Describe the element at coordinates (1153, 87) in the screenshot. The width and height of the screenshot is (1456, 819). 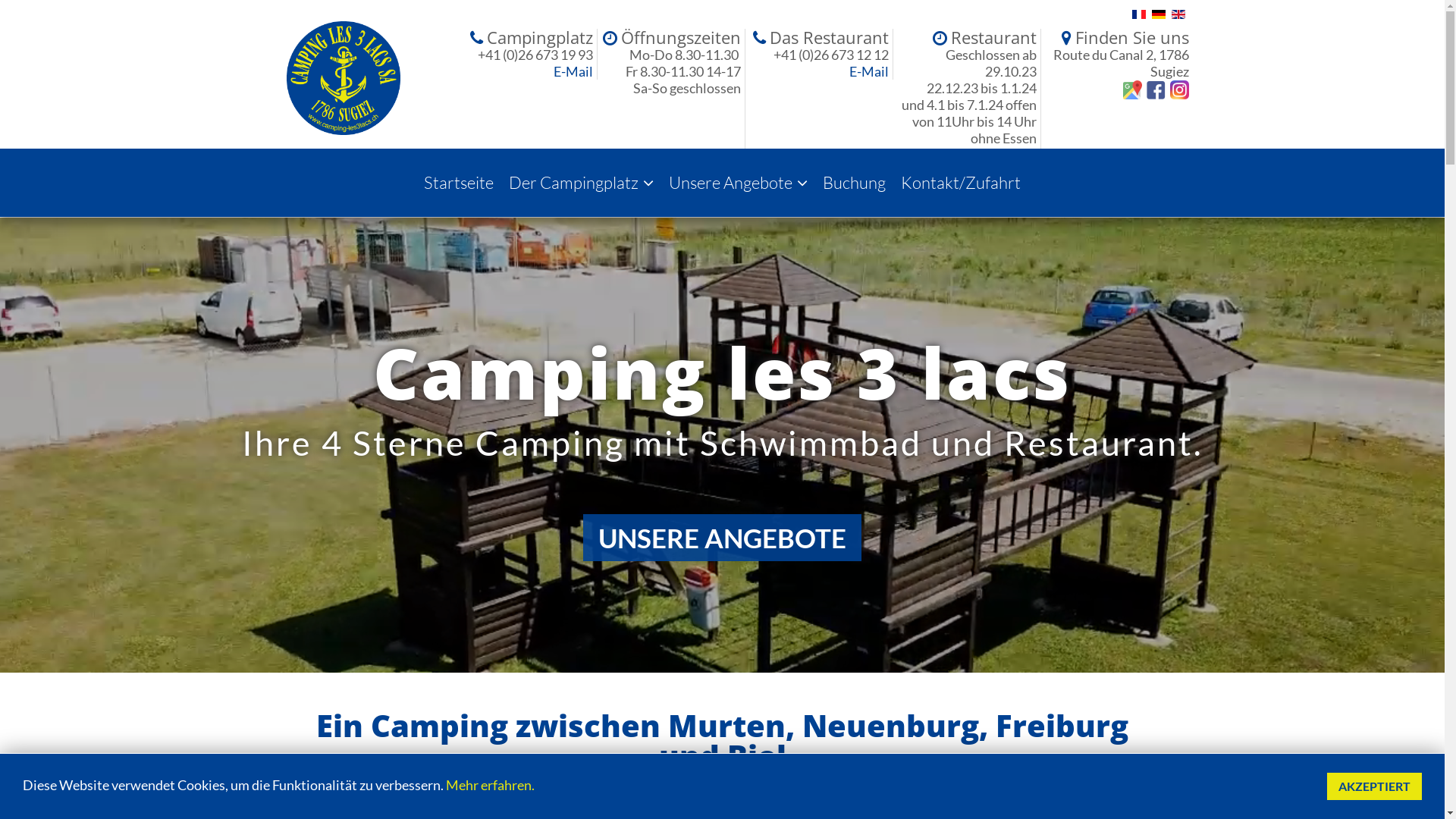
I see `'  '` at that location.